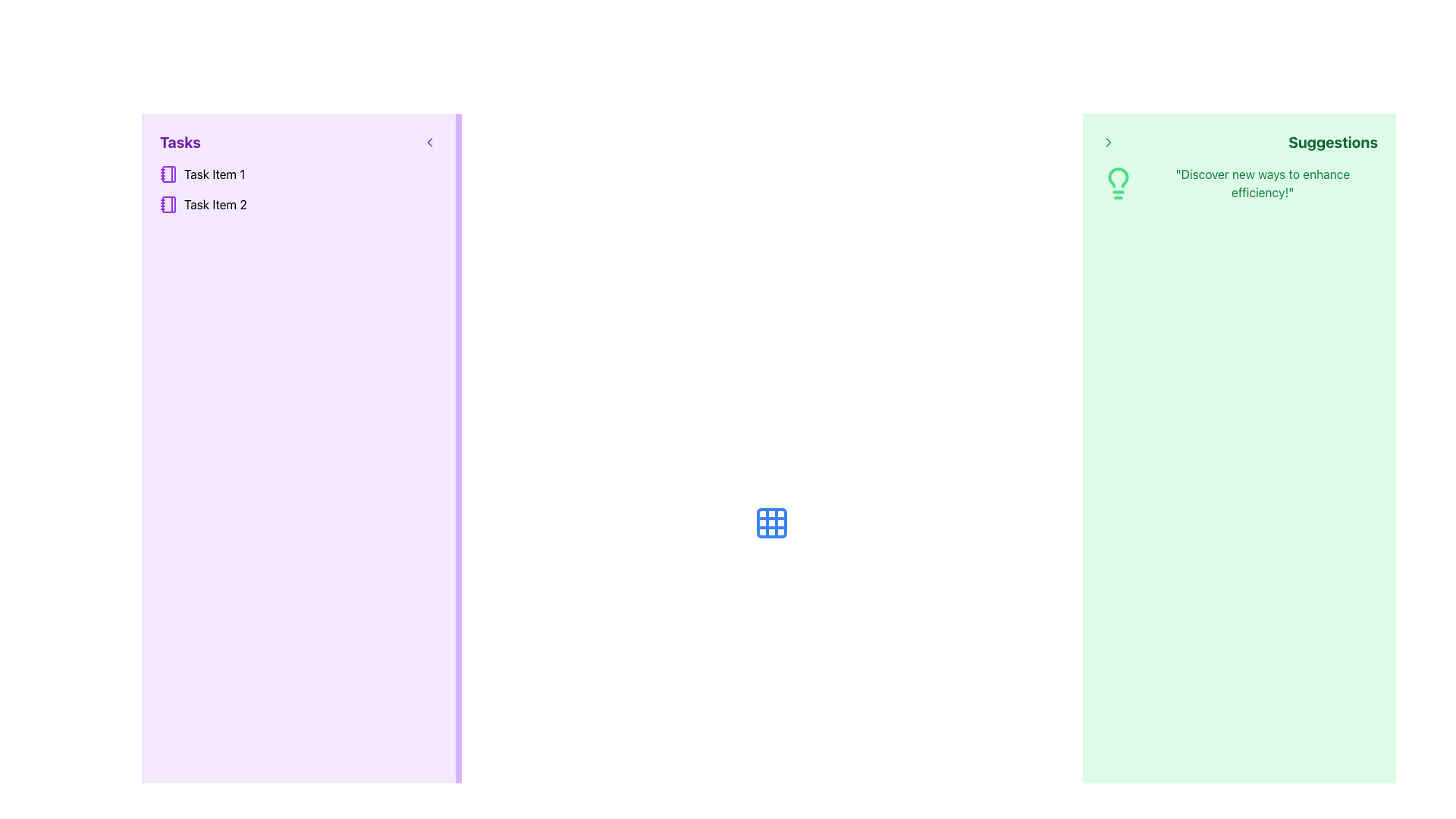  I want to click on the list item element displaying 'Task Item 1', so click(298, 174).